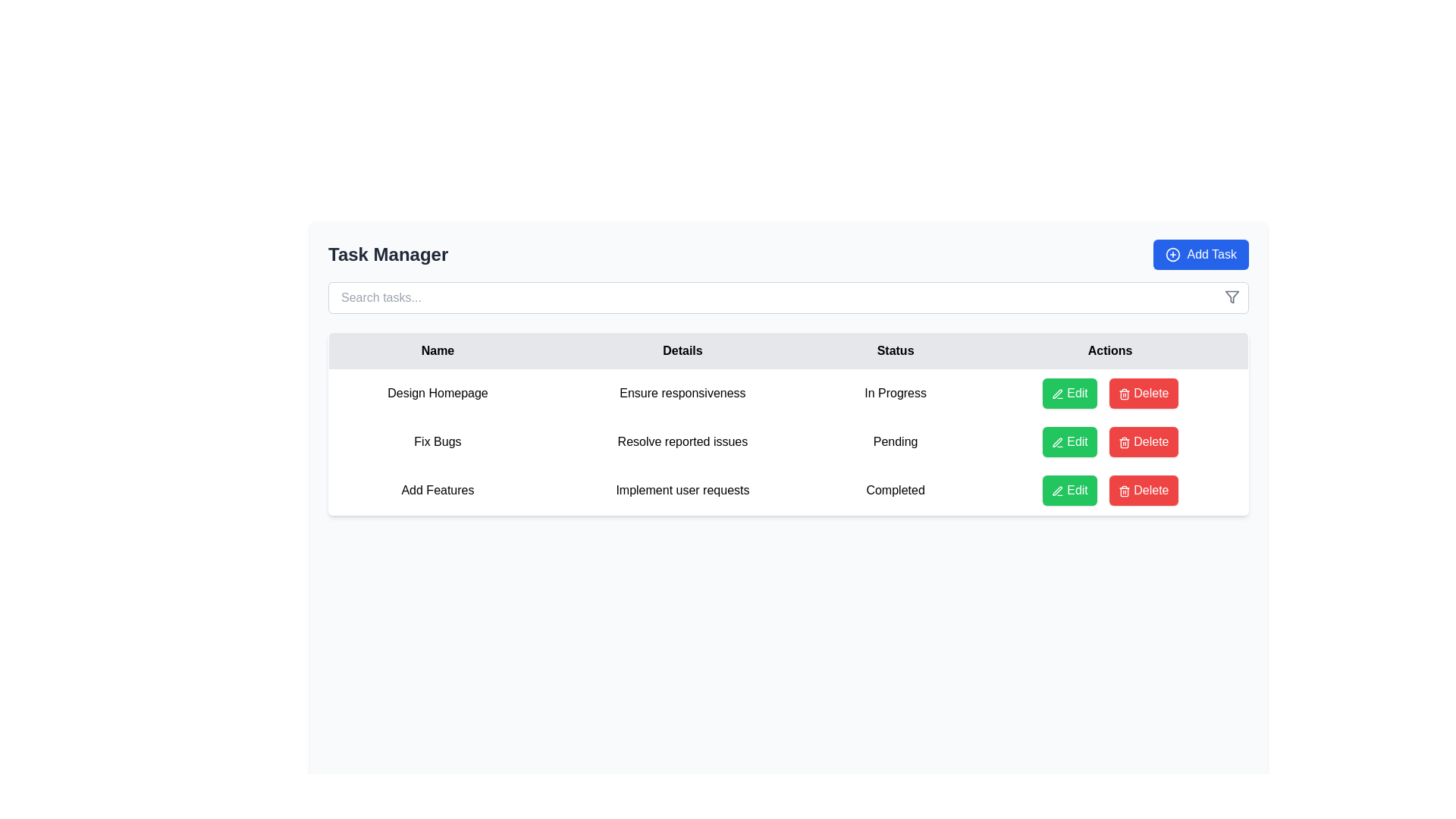 The image size is (1456, 819). Describe the element at coordinates (1172, 253) in the screenshot. I see `the circular icon with a plus sign in the center, which is located adjacent to the text 'Add Task'` at that location.